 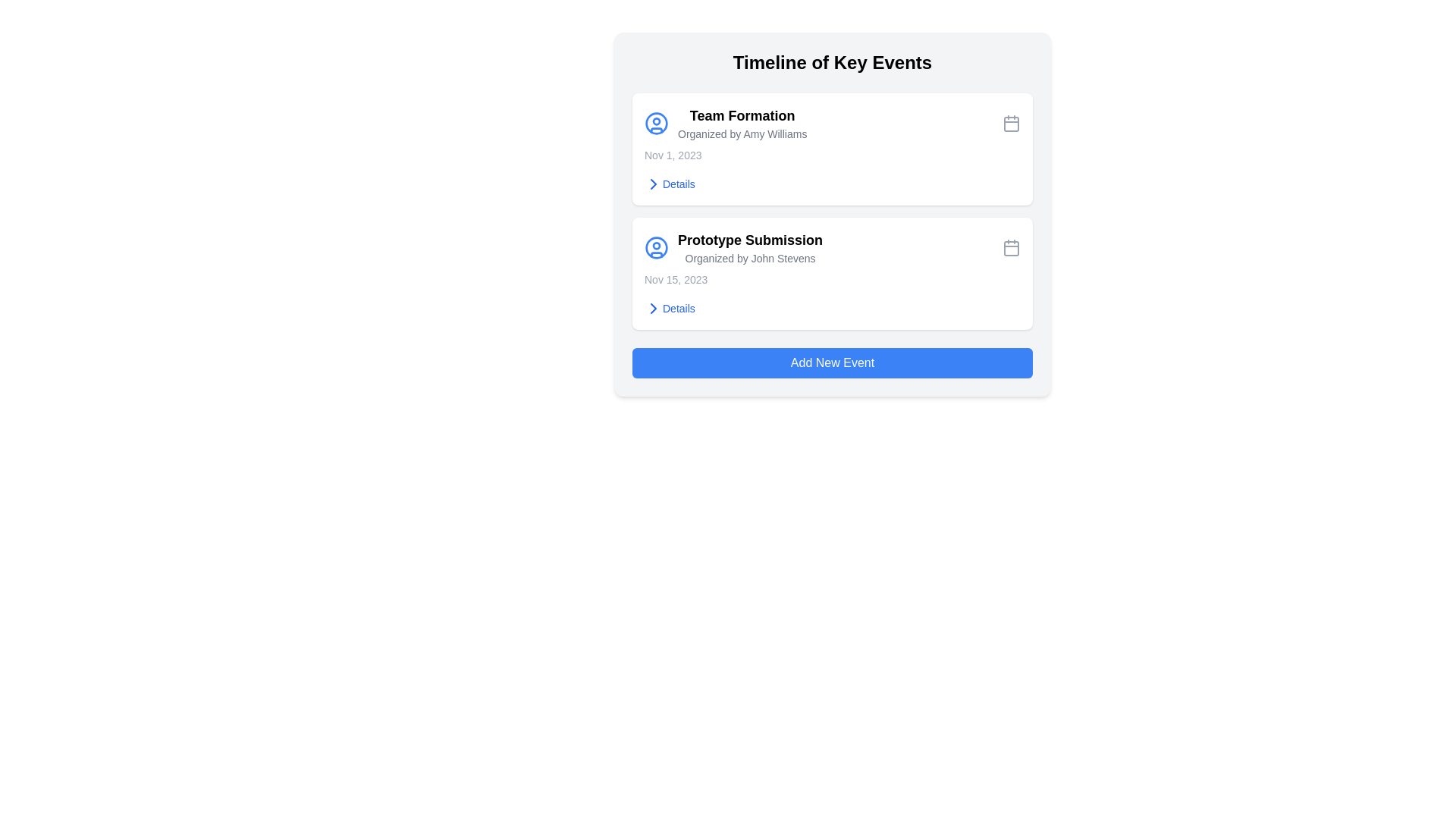 I want to click on the clickable text with an accompanying icon located in the bottom-left corner of the first event card, below the 'Team Formation' title and organizer information, so click(x=669, y=184).